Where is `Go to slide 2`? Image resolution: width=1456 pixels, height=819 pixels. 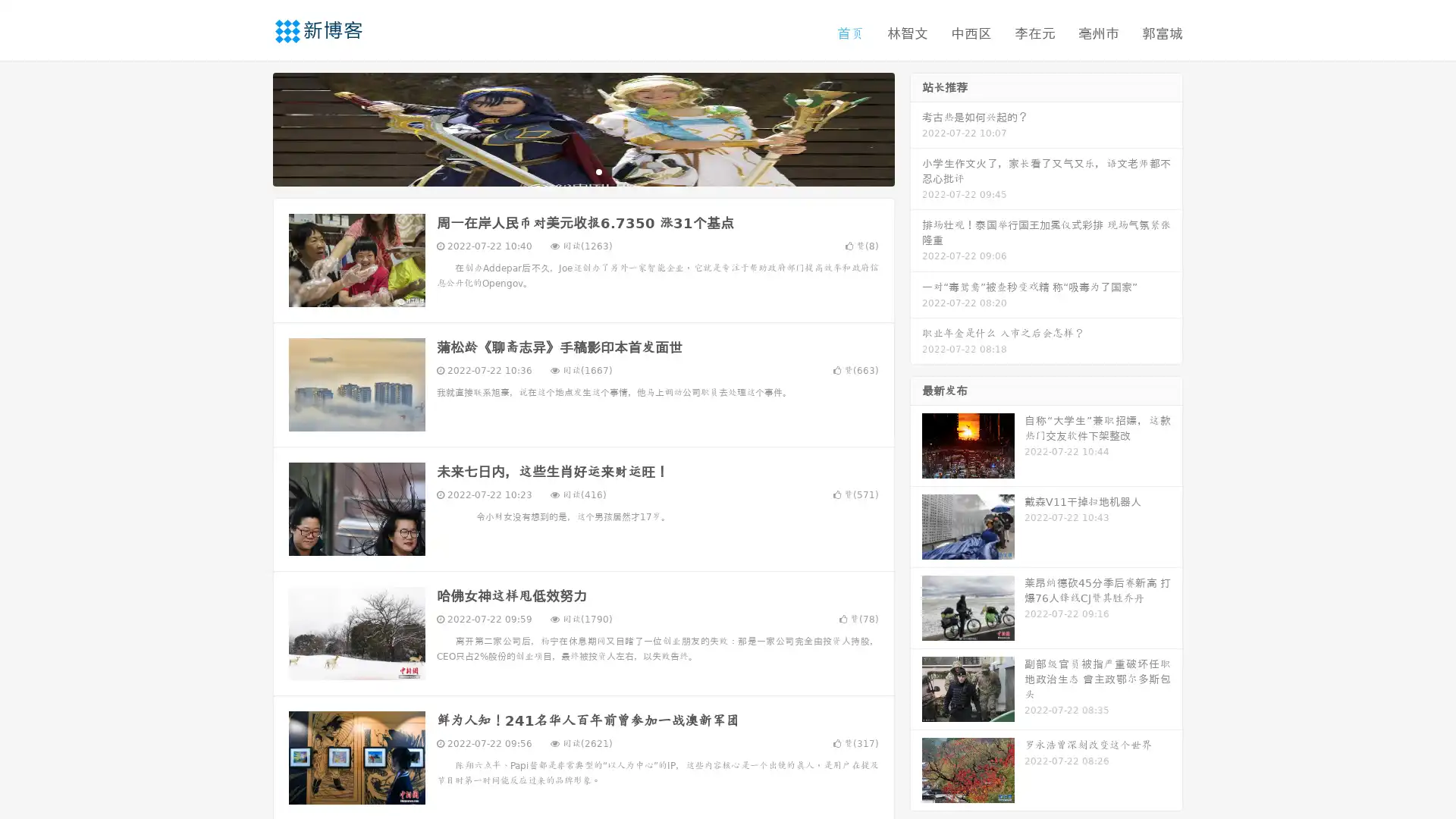 Go to slide 2 is located at coordinates (582, 171).